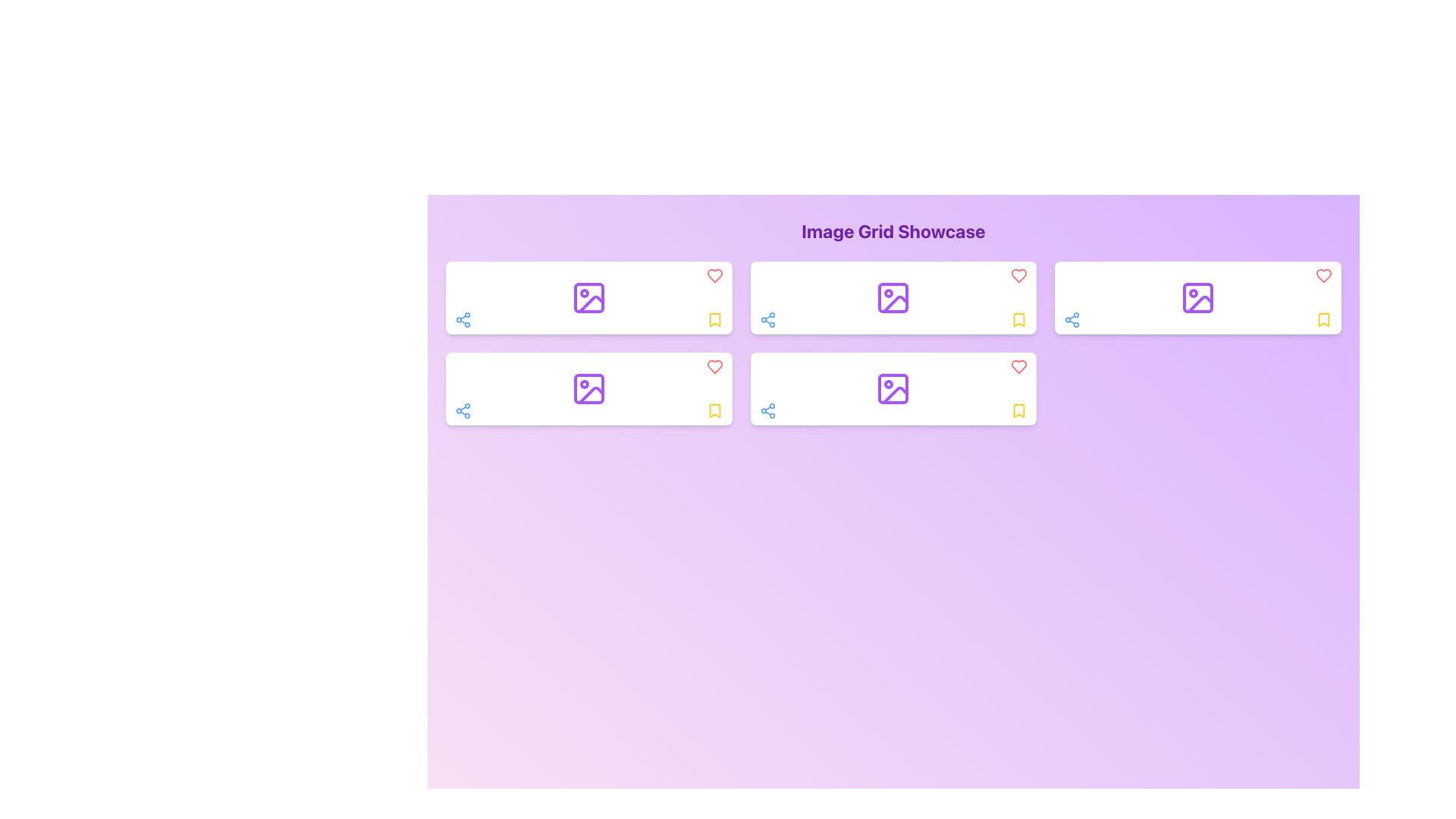  Describe the element at coordinates (893, 388) in the screenshot. I see `the decorative component within the SVG image located at the center of the bottom row of the grid layout` at that location.